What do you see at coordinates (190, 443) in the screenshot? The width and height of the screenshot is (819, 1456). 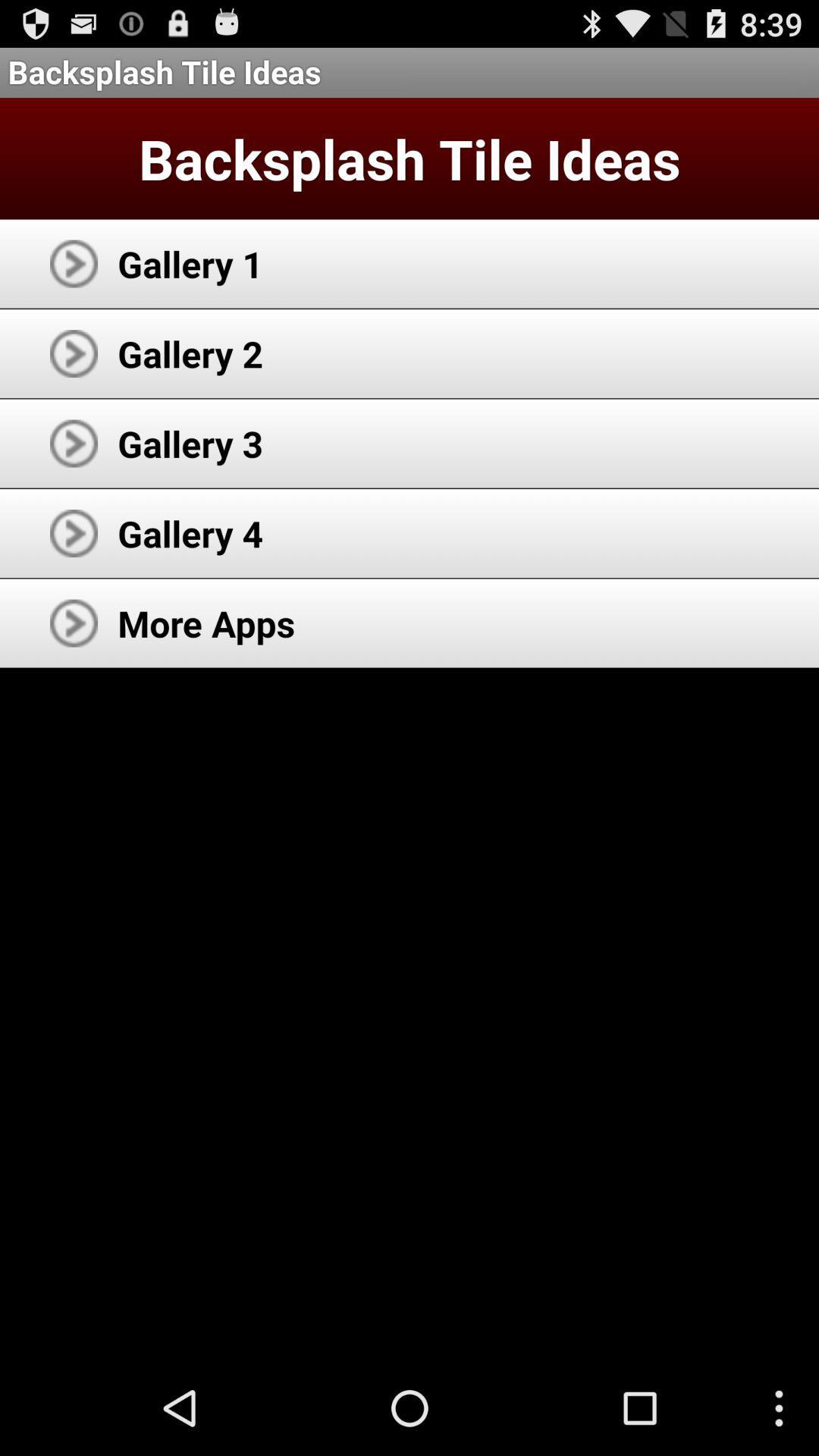 I see `icon below gallery 2 item` at bounding box center [190, 443].